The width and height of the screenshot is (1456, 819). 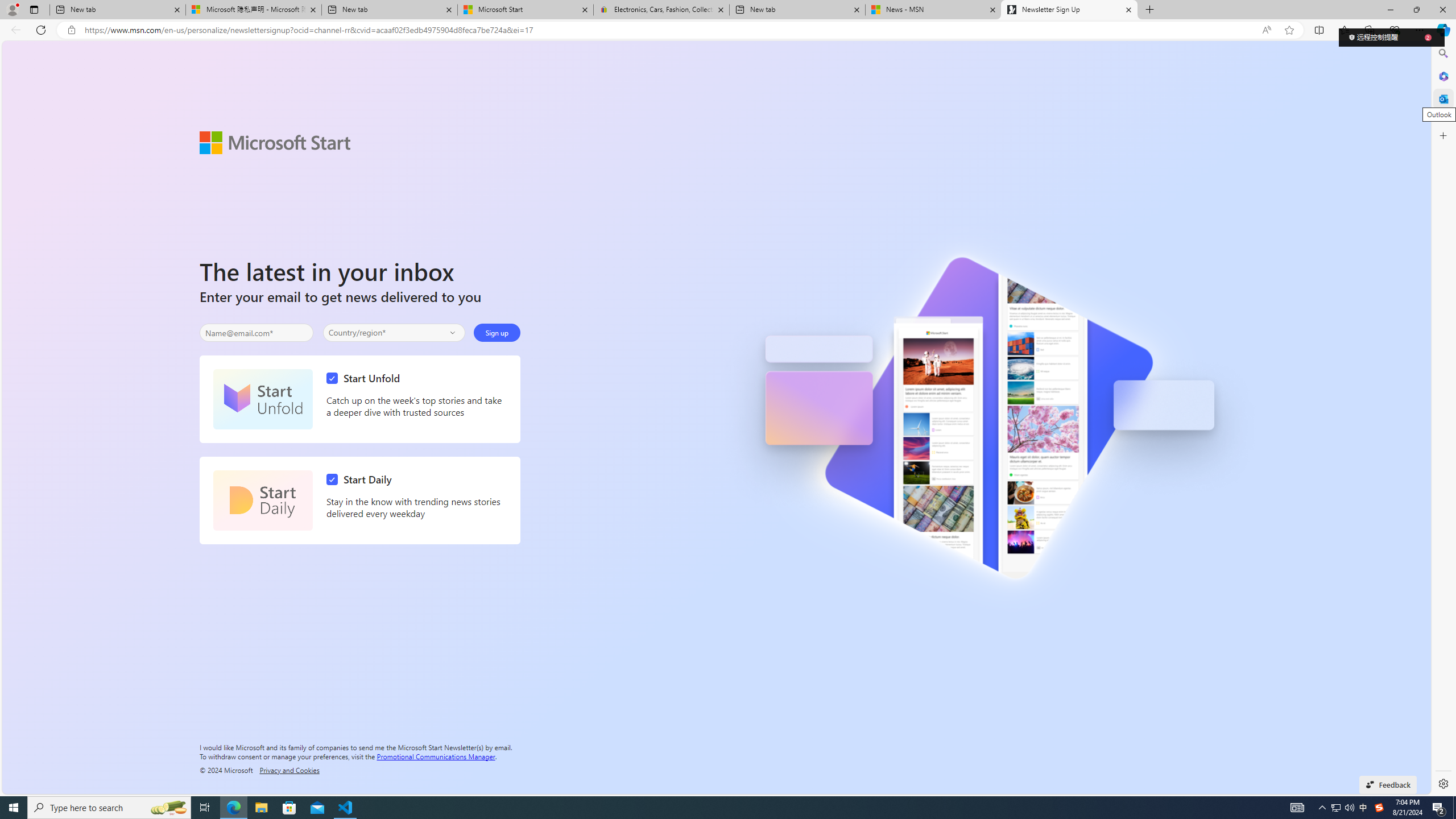 What do you see at coordinates (1069, 9) in the screenshot?
I see `'Newsletter Sign Up'` at bounding box center [1069, 9].